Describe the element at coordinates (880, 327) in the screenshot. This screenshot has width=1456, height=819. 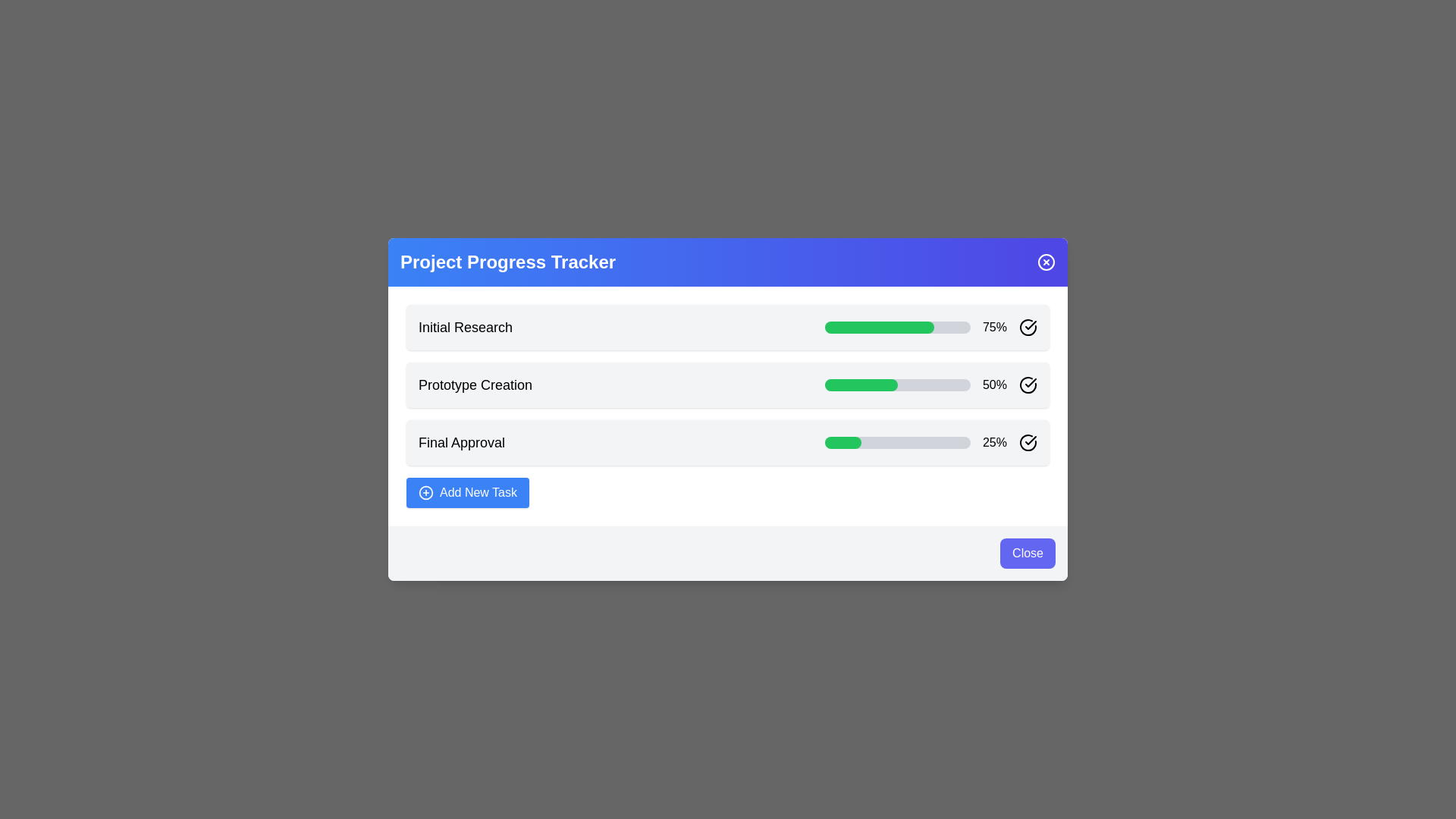
I see `the inner fill of the green progress bar in the 'Initial Research' task row of the 'Project Progress Tracker' interface` at that location.